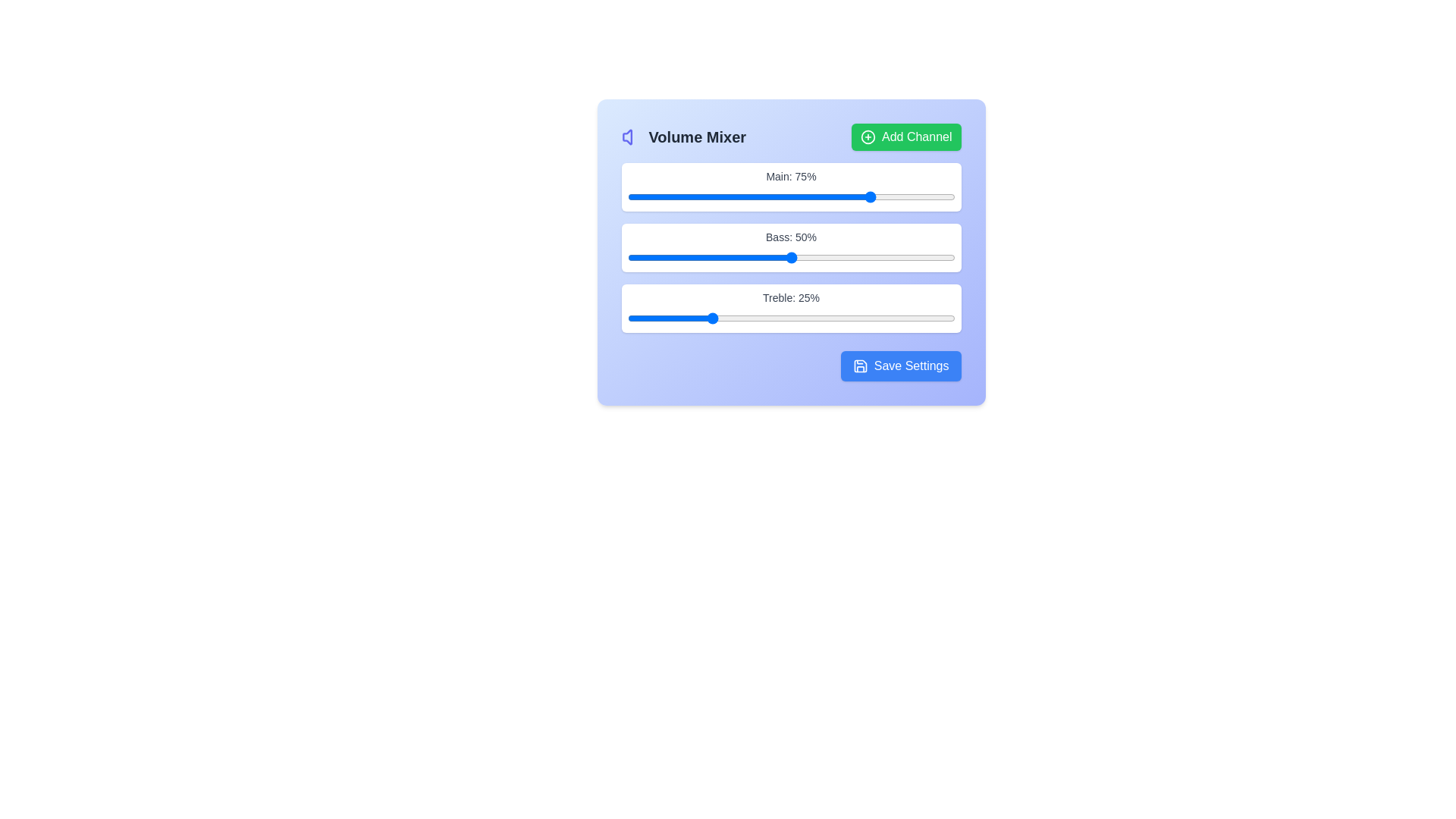  What do you see at coordinates (771, 256) in the screenshot?
I see `the bass level` at bounding box center [771, 256].